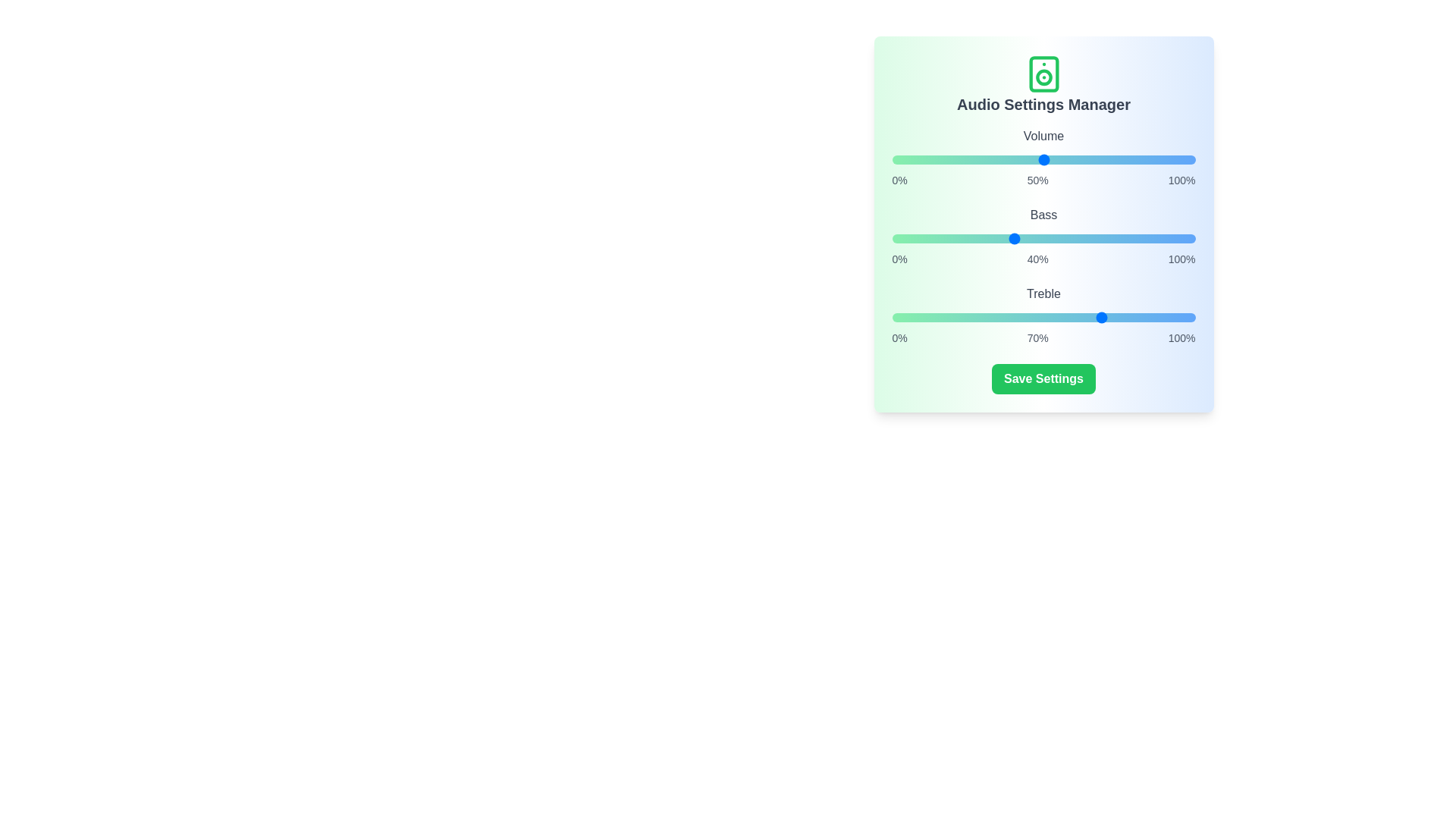 The height and width of the screenshot is (819, 1456). I want to click on the volume slider to 23%, so click(961, 160).